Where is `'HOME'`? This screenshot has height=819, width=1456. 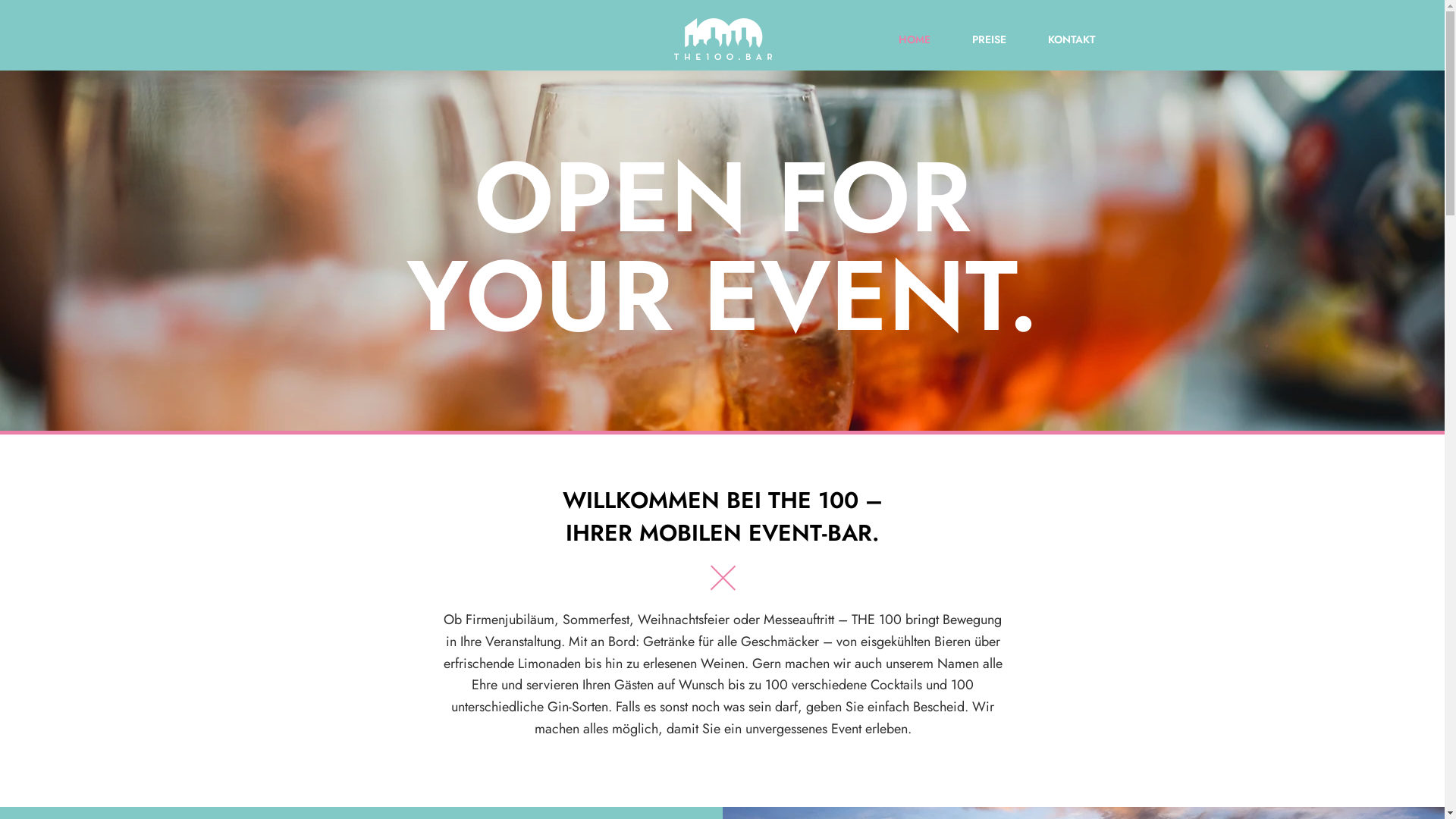
'HOME' is located at coordinates (899, 38).